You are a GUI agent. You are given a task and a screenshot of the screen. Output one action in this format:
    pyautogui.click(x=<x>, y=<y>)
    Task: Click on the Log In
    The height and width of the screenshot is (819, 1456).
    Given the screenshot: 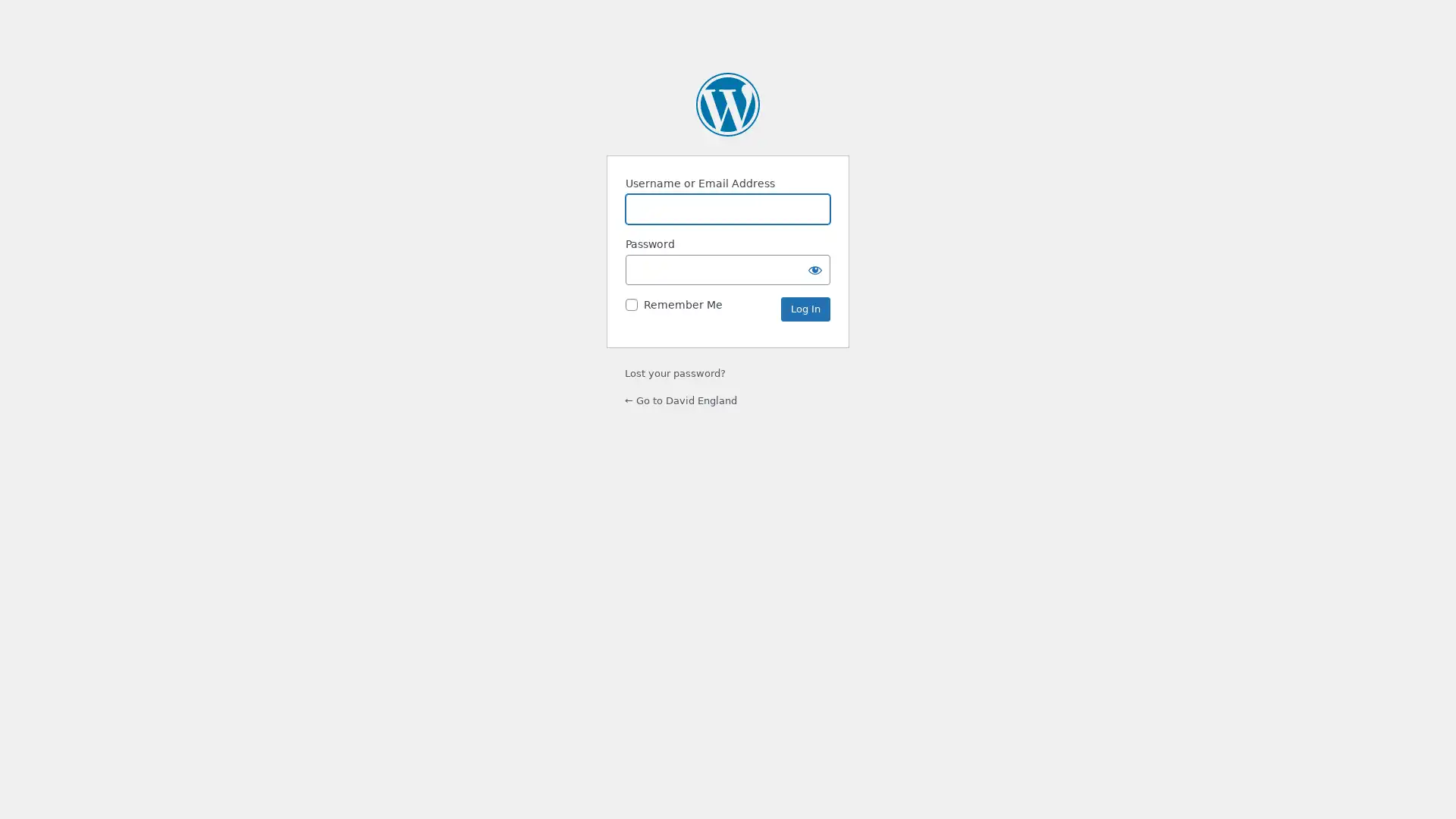 What is the action you would take?
    pyautogui.click(x=805, y=309)
    